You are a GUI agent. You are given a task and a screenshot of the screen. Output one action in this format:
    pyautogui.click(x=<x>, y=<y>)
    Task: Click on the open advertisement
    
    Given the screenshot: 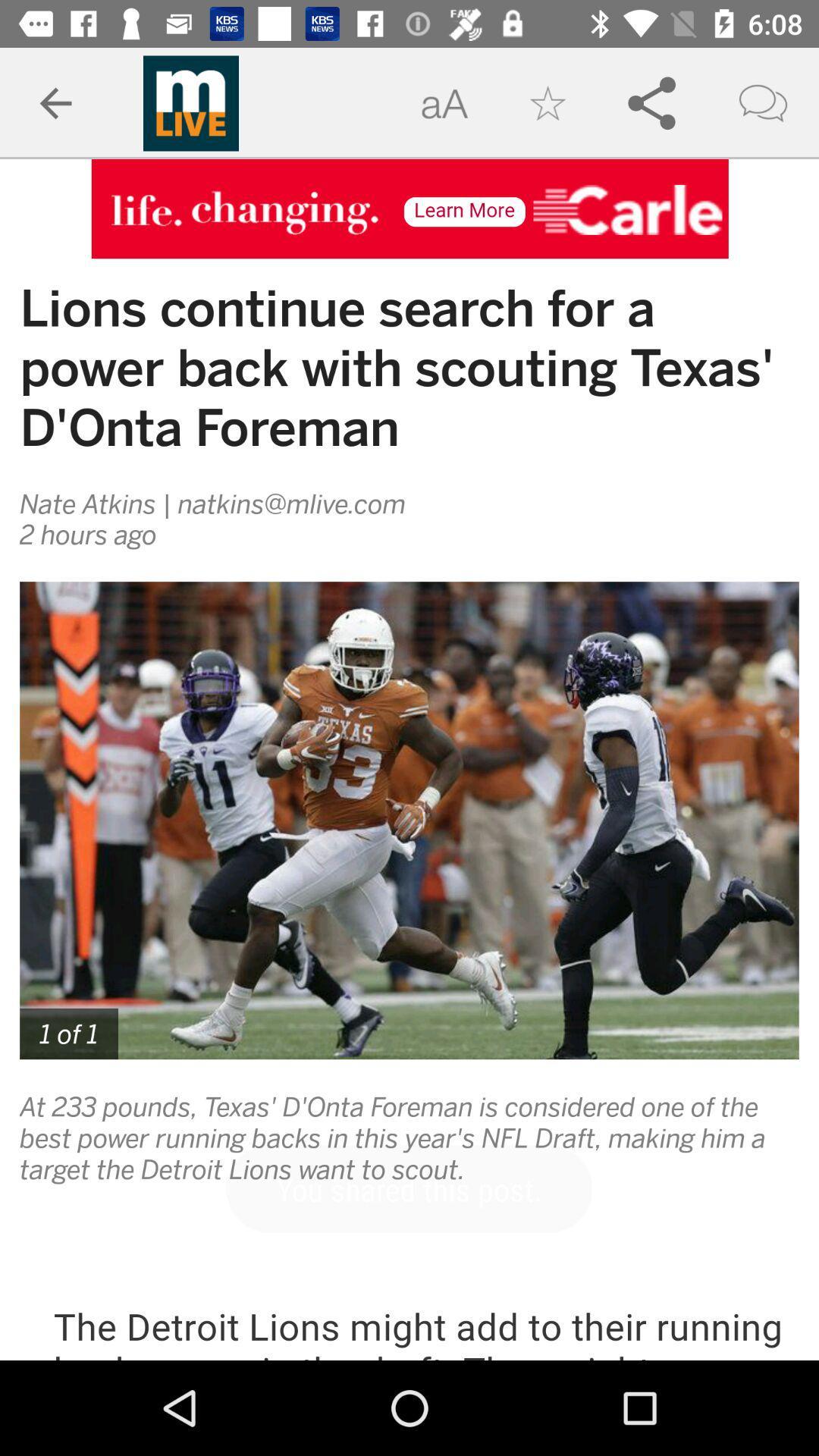 What is the action you would take?
    pyautogui.click(x=409, y=208)
    